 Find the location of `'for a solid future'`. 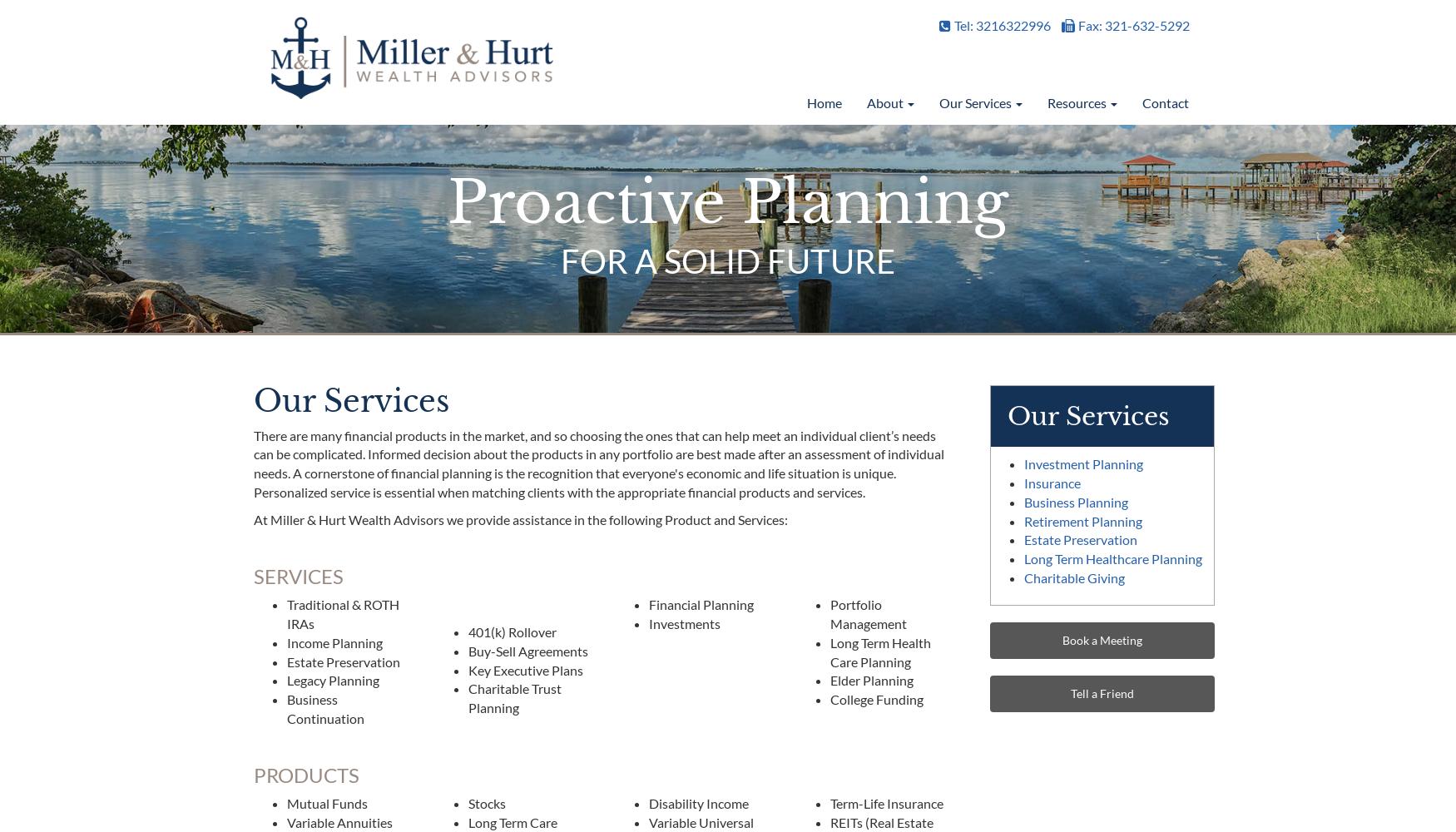

'for a solid future' is located at coordinates (728, 260).